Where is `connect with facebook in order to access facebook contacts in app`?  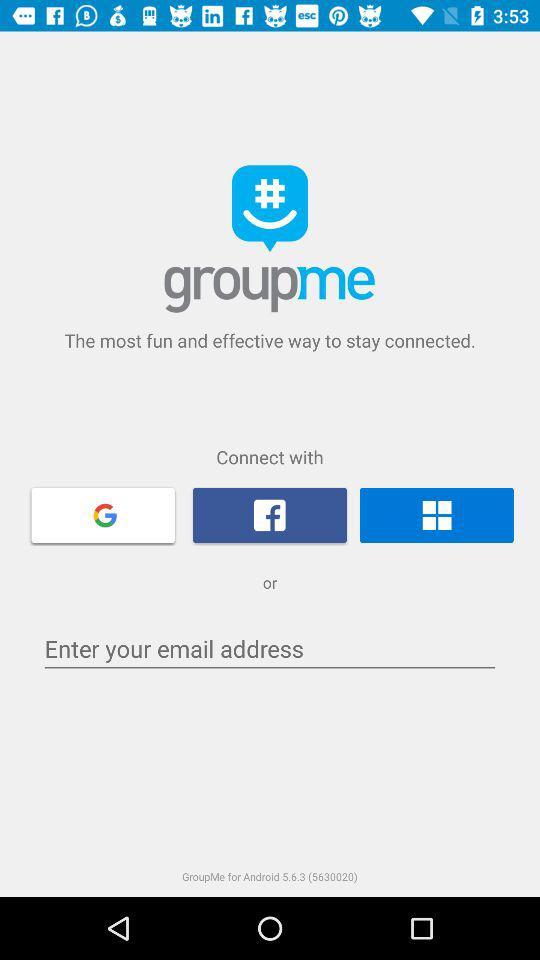
connect with facebook in order to access facebook contacts in app is located at coordinates (270, 514).